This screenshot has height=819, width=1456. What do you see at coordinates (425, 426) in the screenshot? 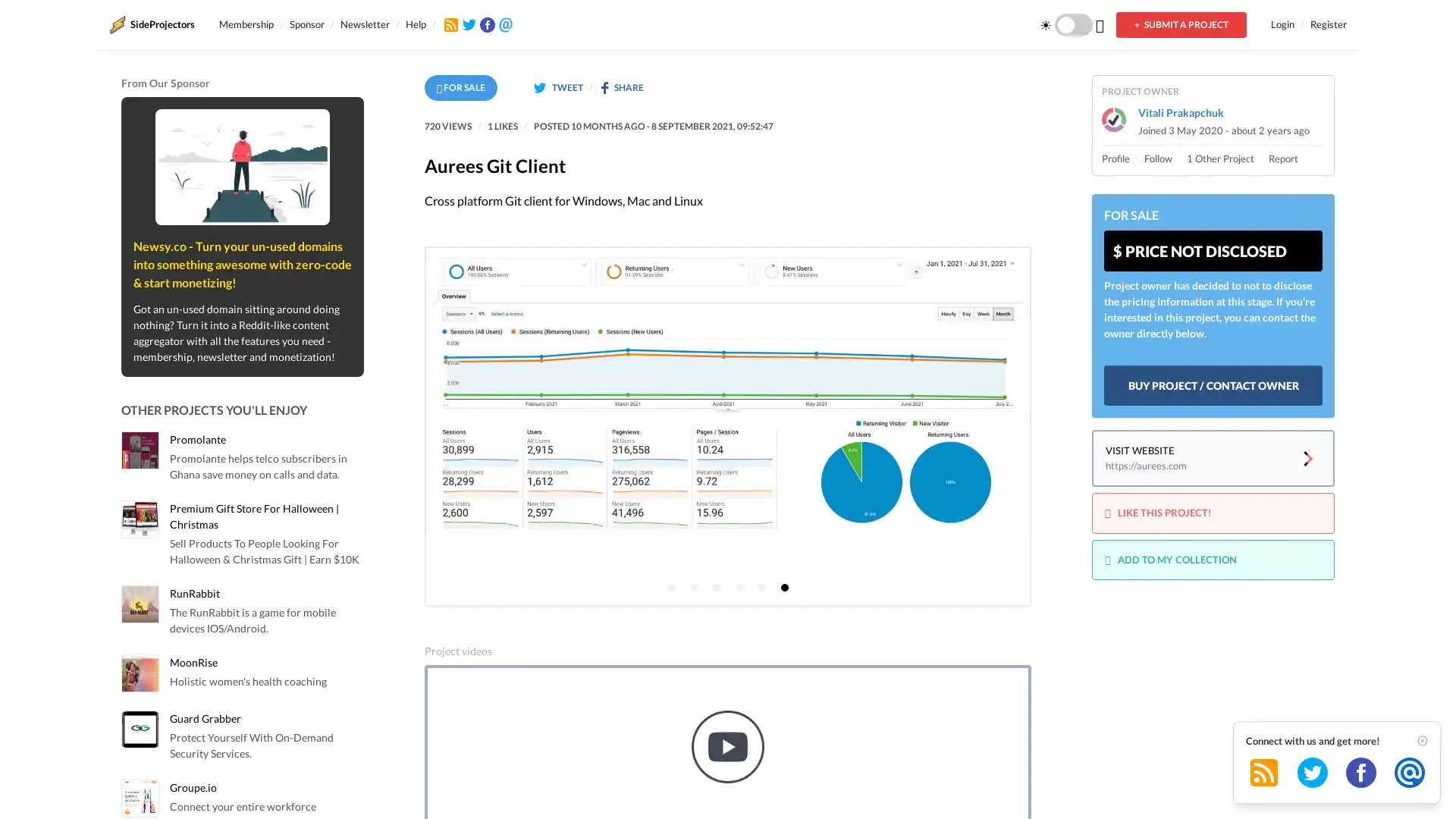
I see `Previous page` at bounding box center [425, 426].